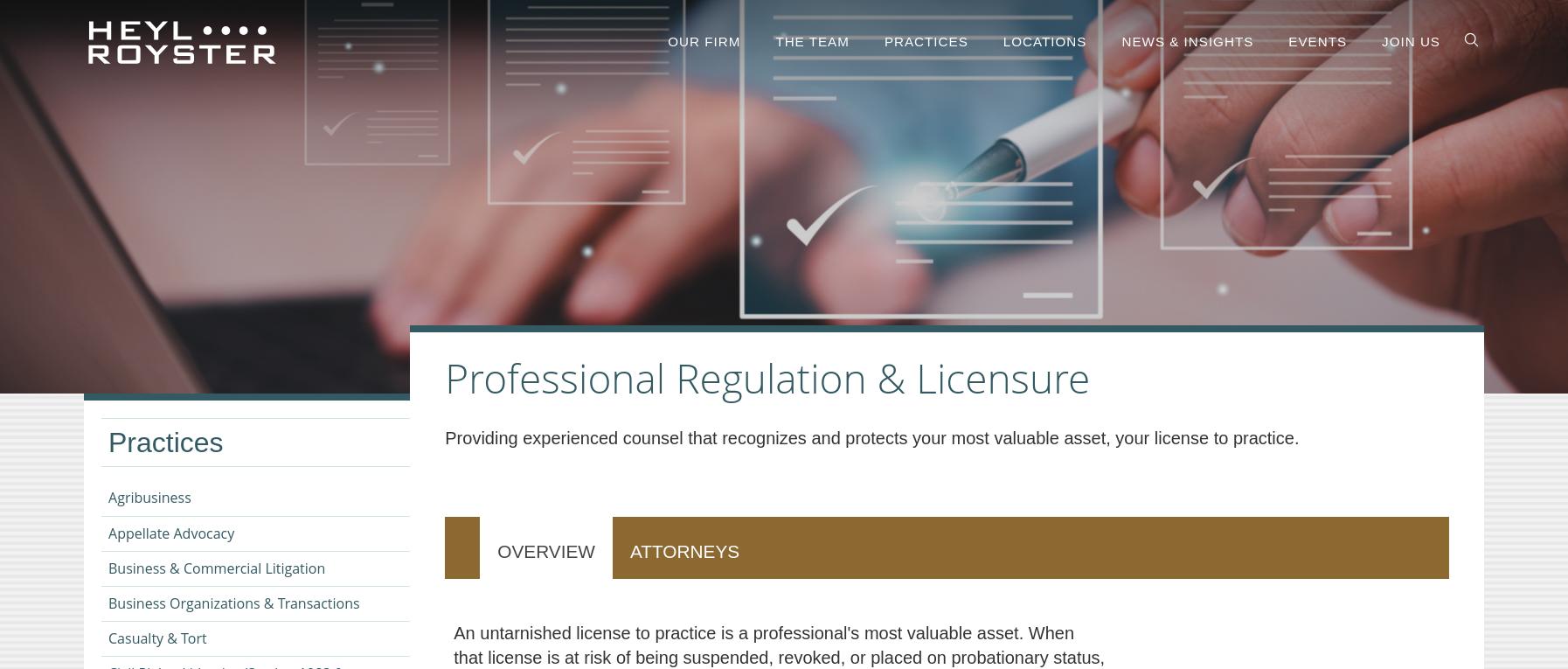  I want to click on 'The Team', so click(810, 41).